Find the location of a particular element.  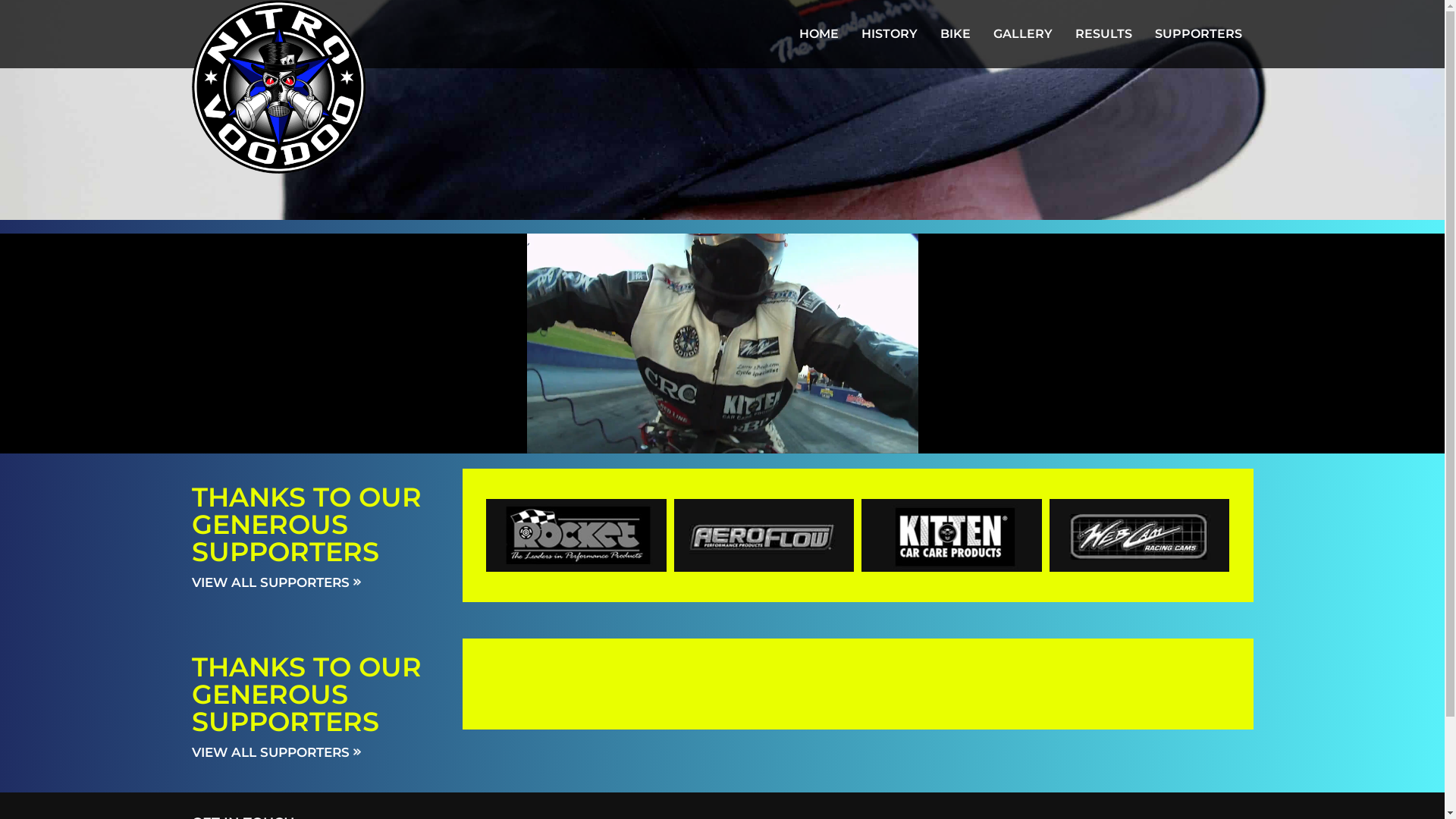

'RESULTS' is located at coordinates (1103, 34).